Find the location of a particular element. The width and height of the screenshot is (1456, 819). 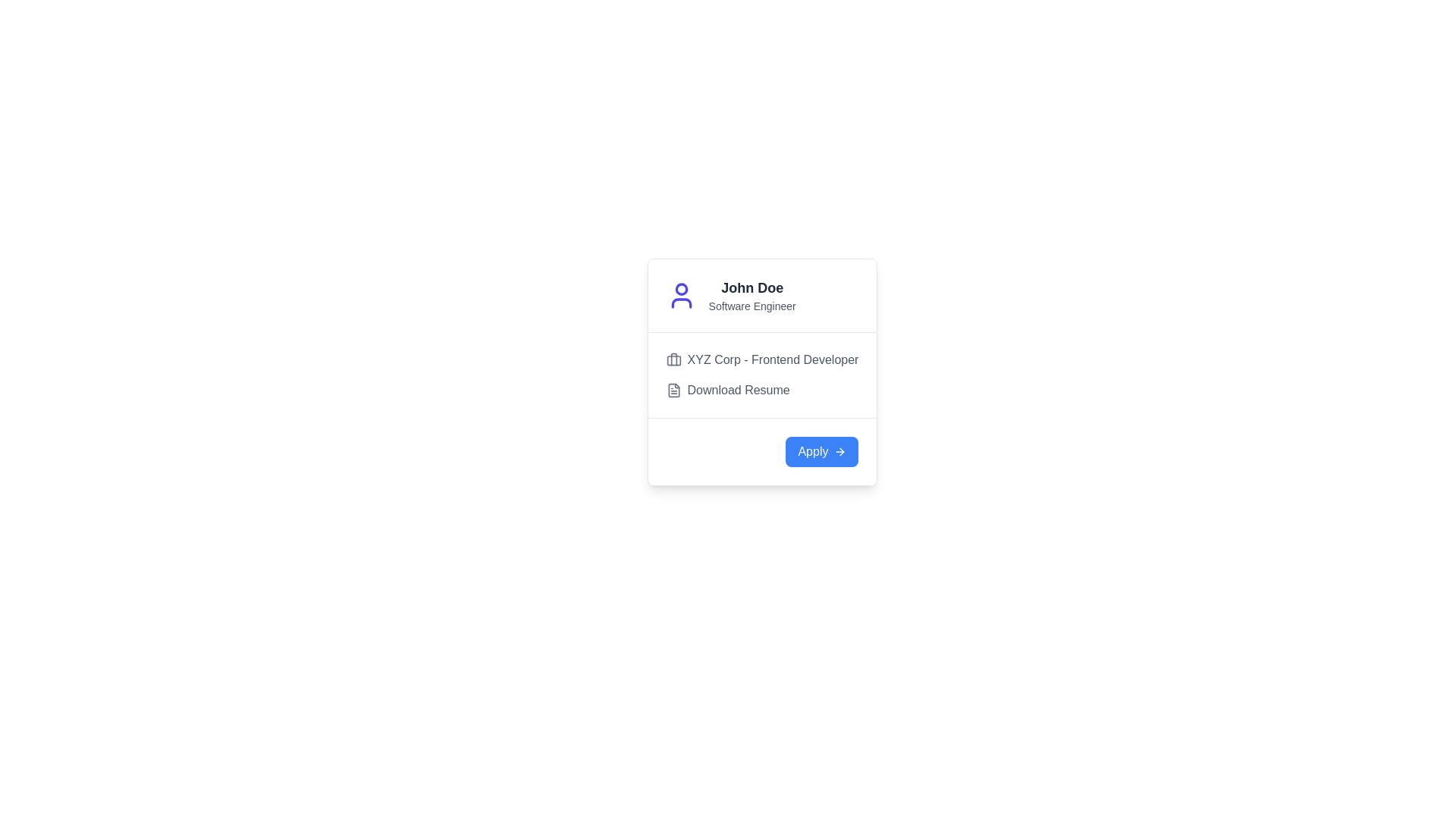

the profile icon representing the user, which is the leftmost item in the row adjacent to the texts 'John Doe' and 'Software Engineer.' is located at coordinates (680, 295).